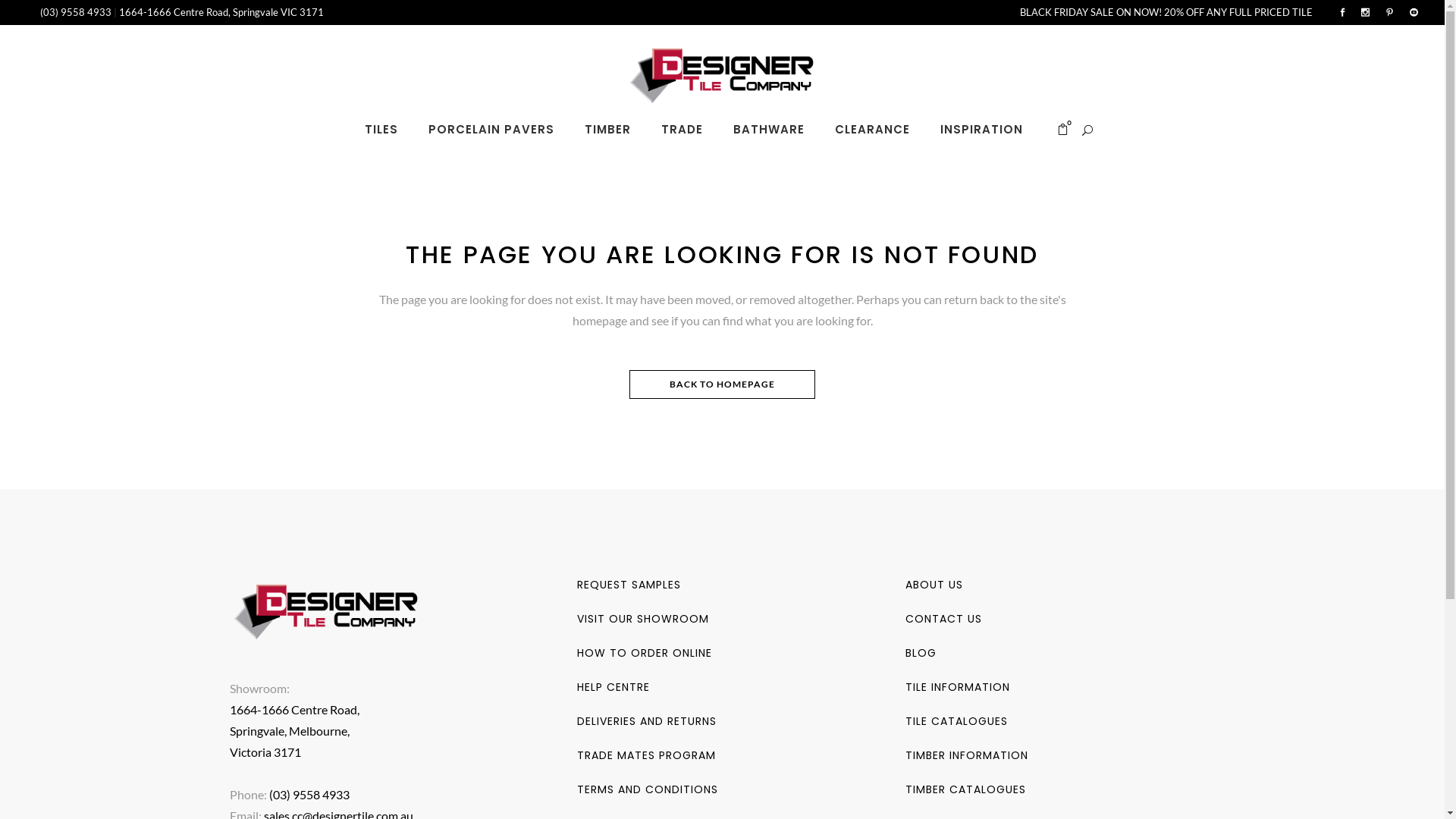 The width and height of the screenshot is (1456, 819). I want to click on 'TIMBER', so click(568, 128).